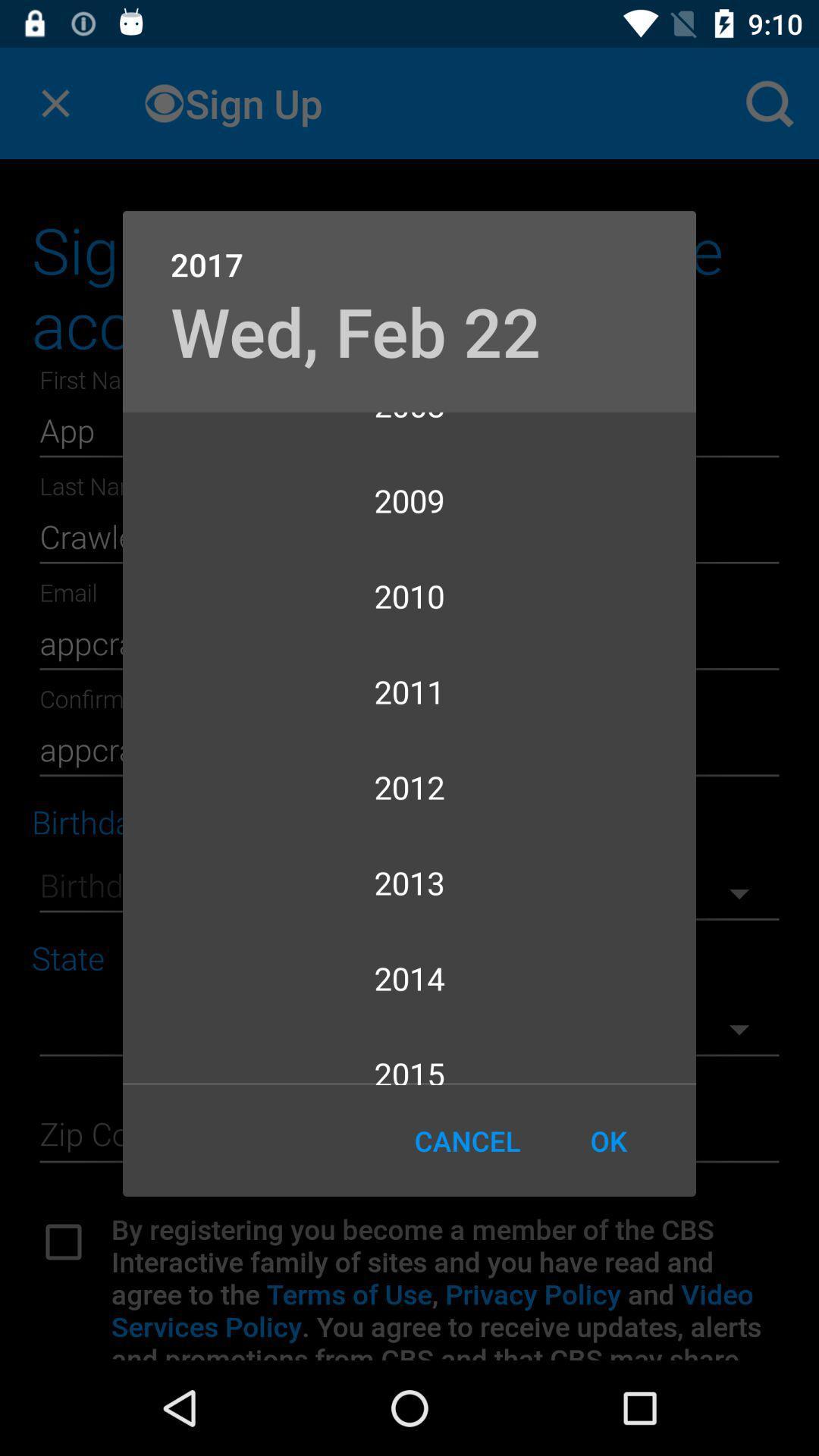 This screenshot has height=1456, width=819. Describe the element at coordinates (607, 1141) in the screenshot. I see `ok icon` at that location.